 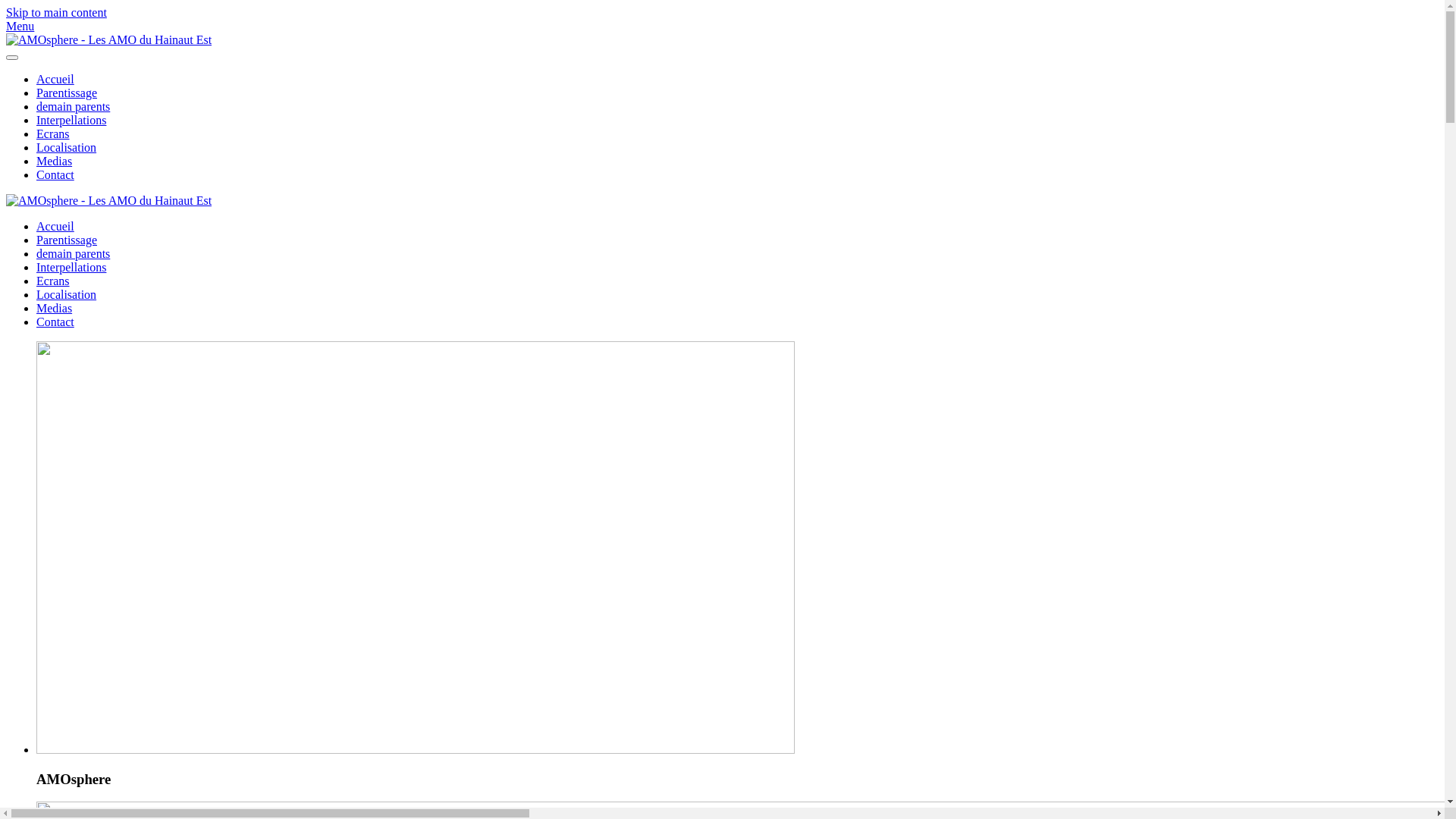 What do you see at coordinates (54, 307) in the screenshot?
I see `'Medias'` at bounding box center [54, 307].